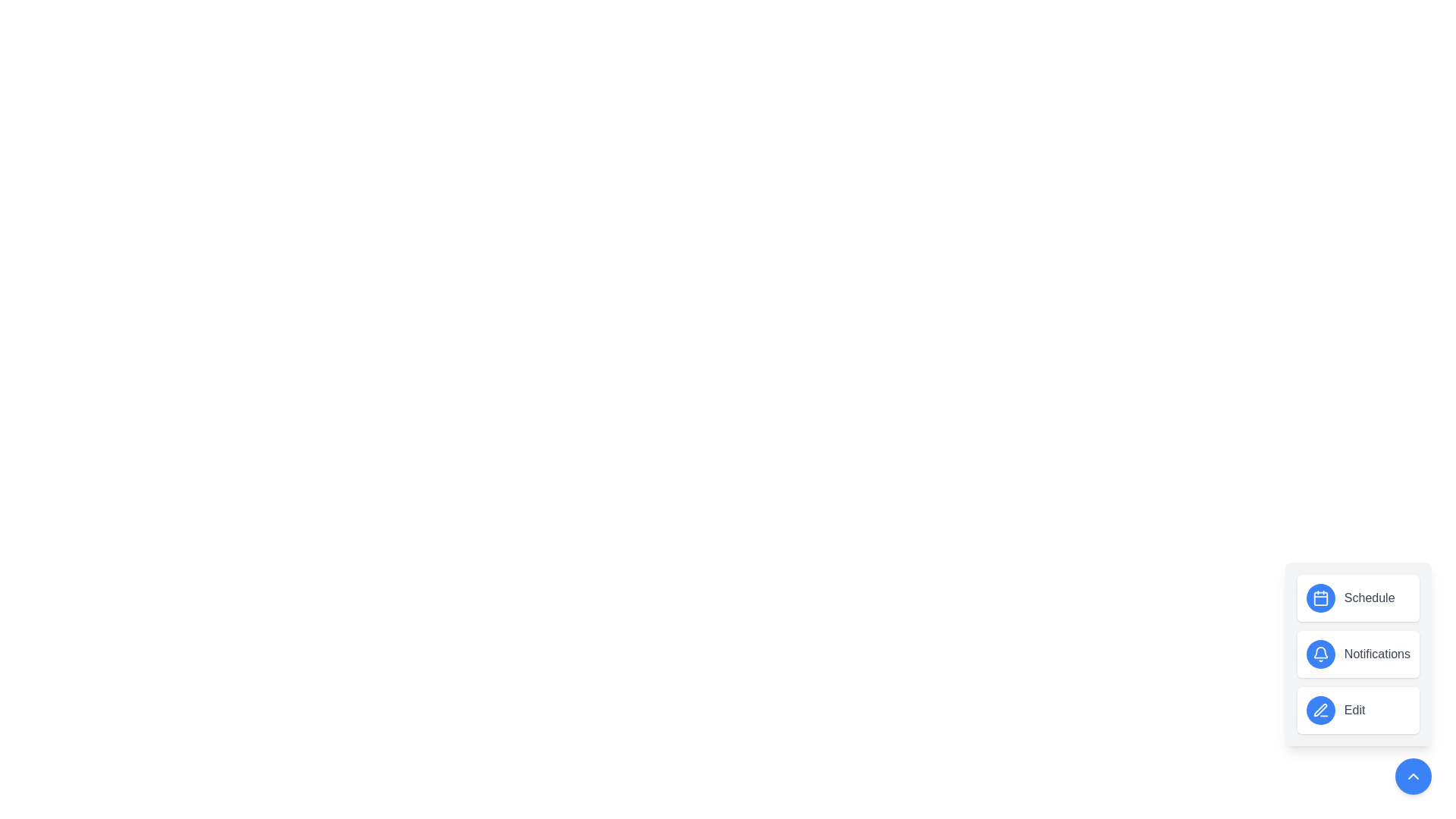 This screenshot has width=1456, height=819. I want to click on the 'Notifications' button to select it, so click(1357, 654).